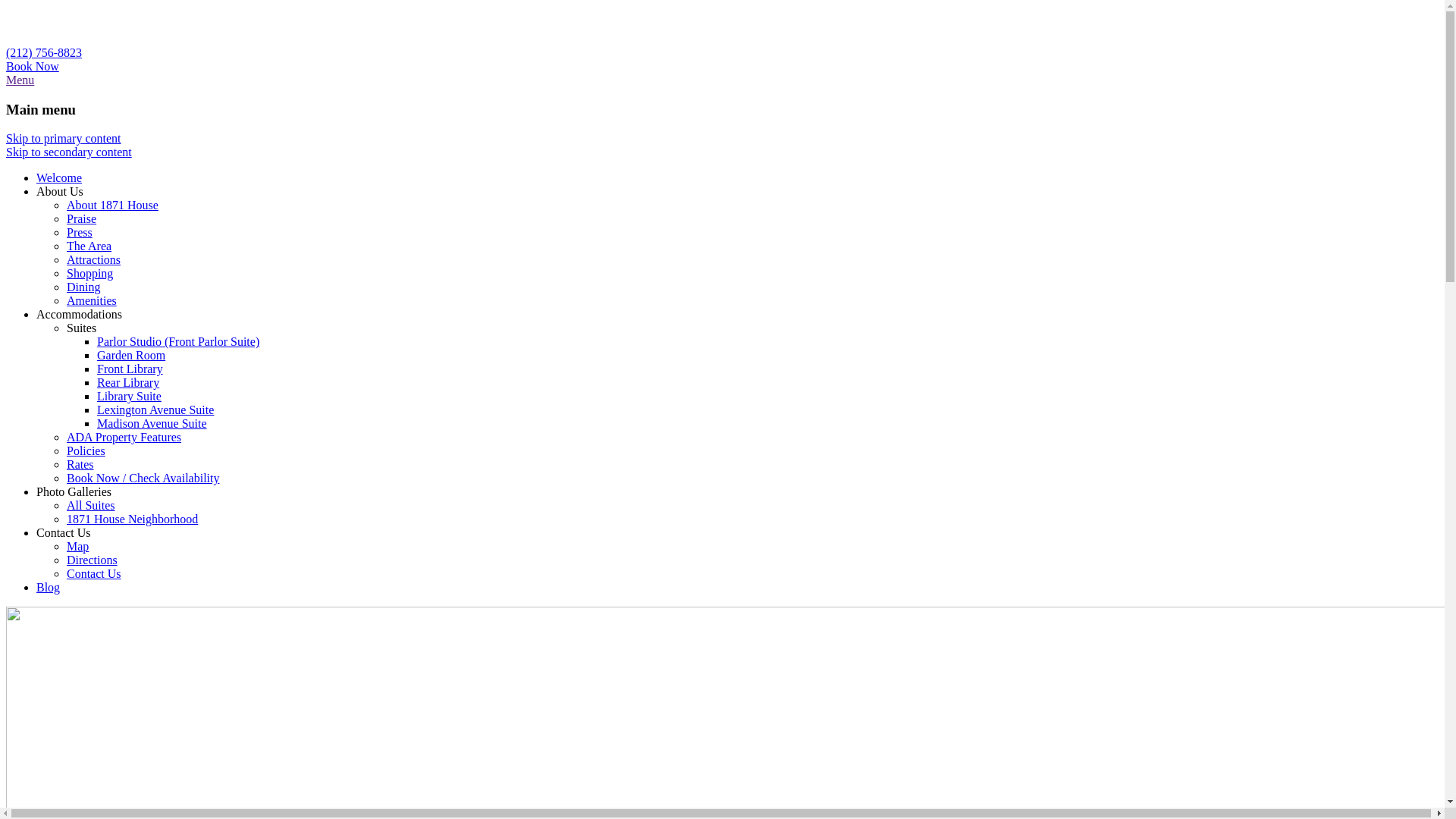 The width and height of the screenshot is (1456, 819). What do you see at coordinates (130, 369) in the screenshot?
I see `'Front Library'` at bounding box center [130, 369].